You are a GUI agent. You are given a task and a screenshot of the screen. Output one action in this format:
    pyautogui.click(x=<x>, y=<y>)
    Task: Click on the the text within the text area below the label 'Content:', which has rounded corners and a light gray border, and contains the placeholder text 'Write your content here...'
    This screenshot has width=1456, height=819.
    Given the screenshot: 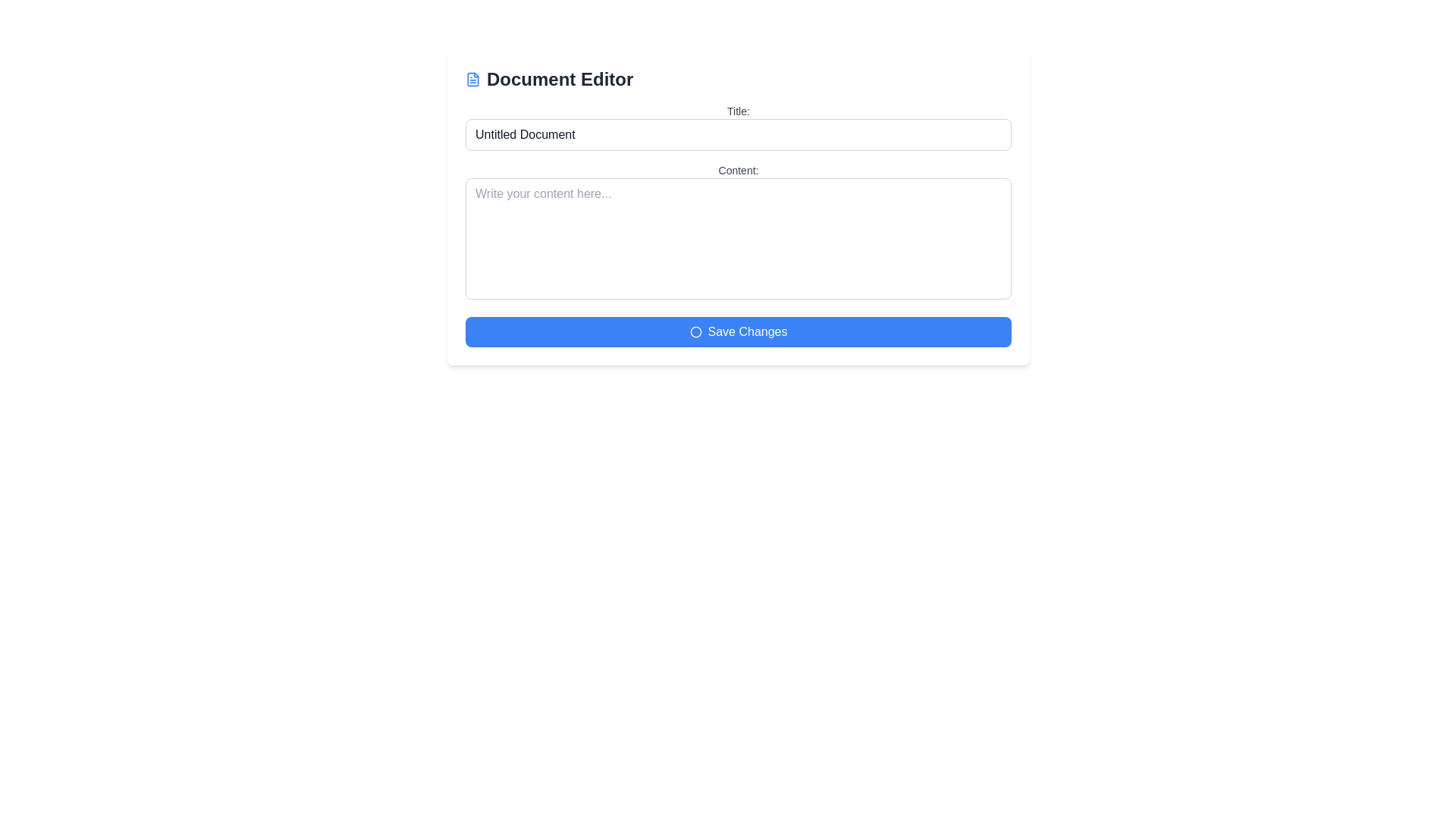 What is the action you would take?
    pyautogui.click(x=739, y=239)
    